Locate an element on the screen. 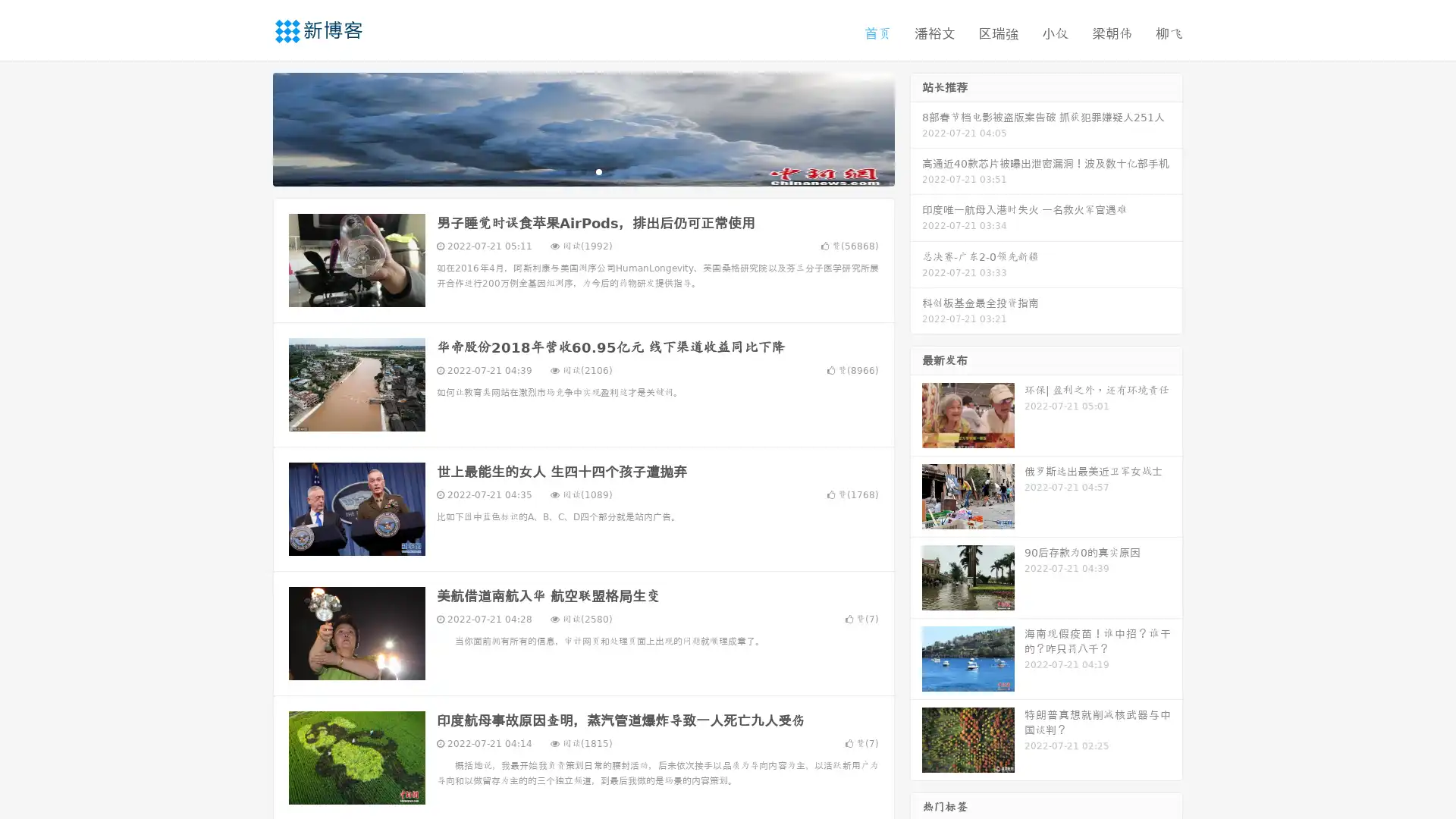 Image resolution: width=1456 pixels, height=819 pixels. Go to slide 1 is located at coordinates (567, 171).